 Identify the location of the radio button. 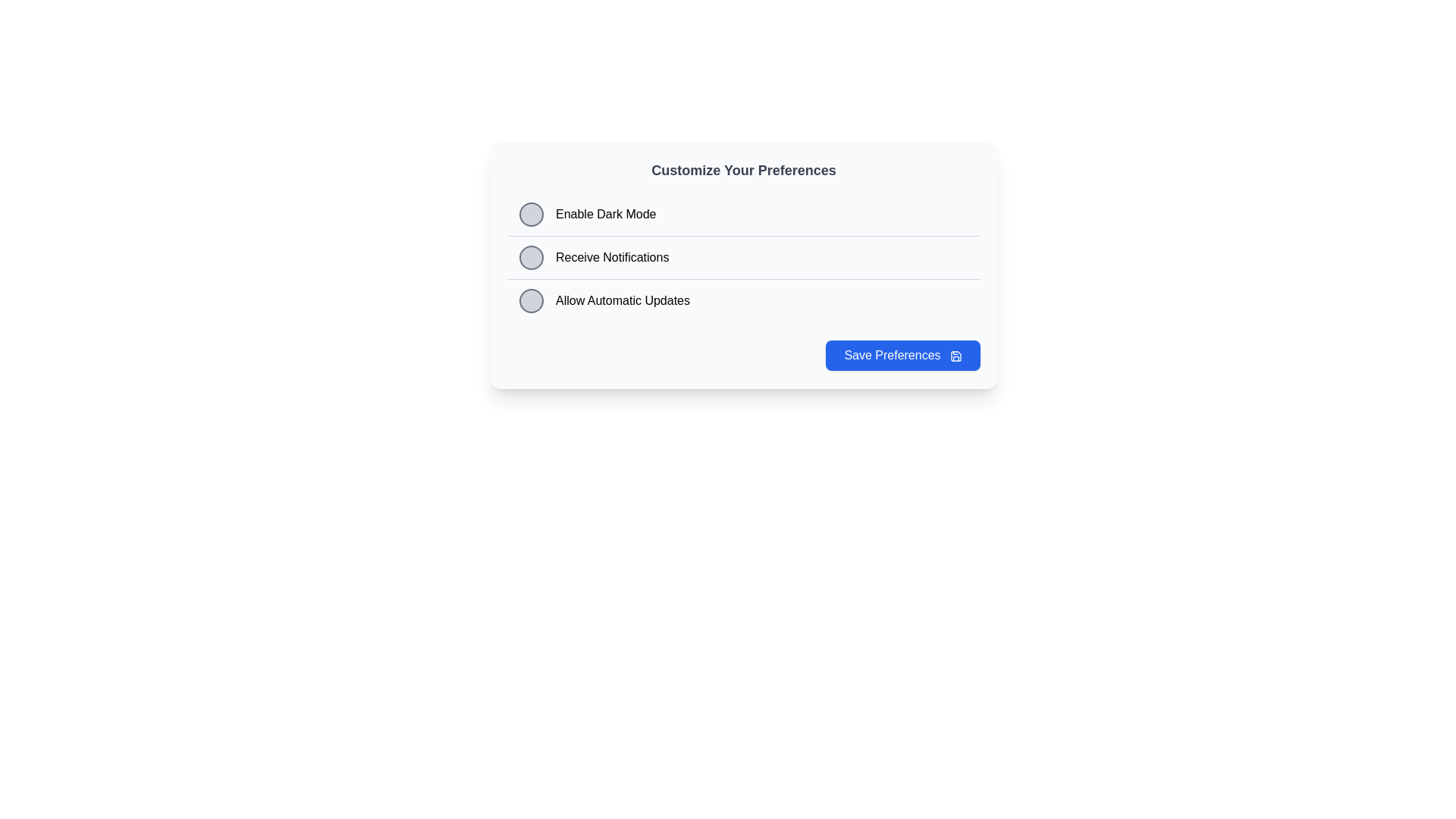
(531, 256).